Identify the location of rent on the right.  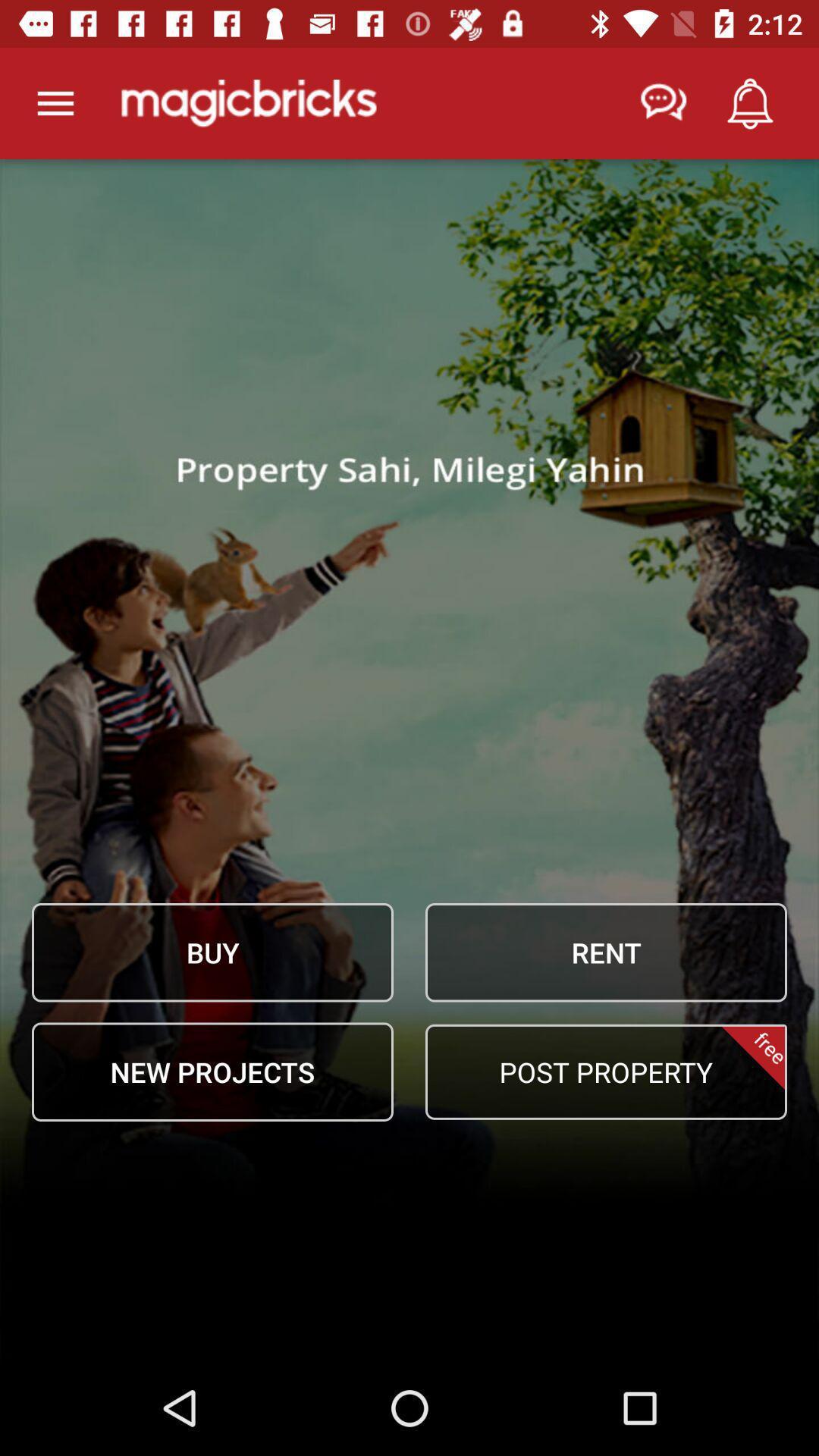
(605, 952).